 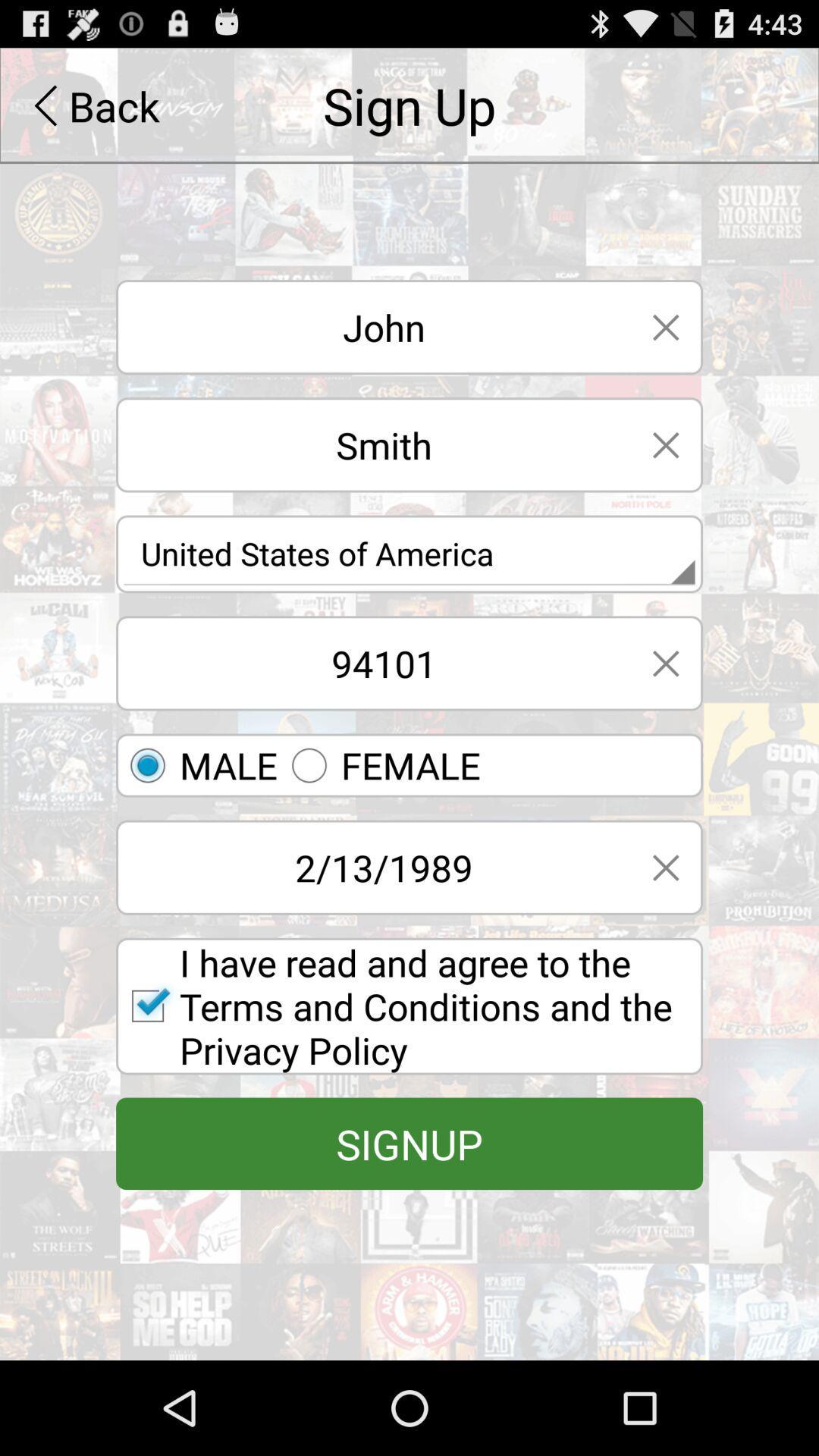 What do you see at coordinates (665, 868) in the screenshot?
I see `for close the box` at bounding box center [665, 868].